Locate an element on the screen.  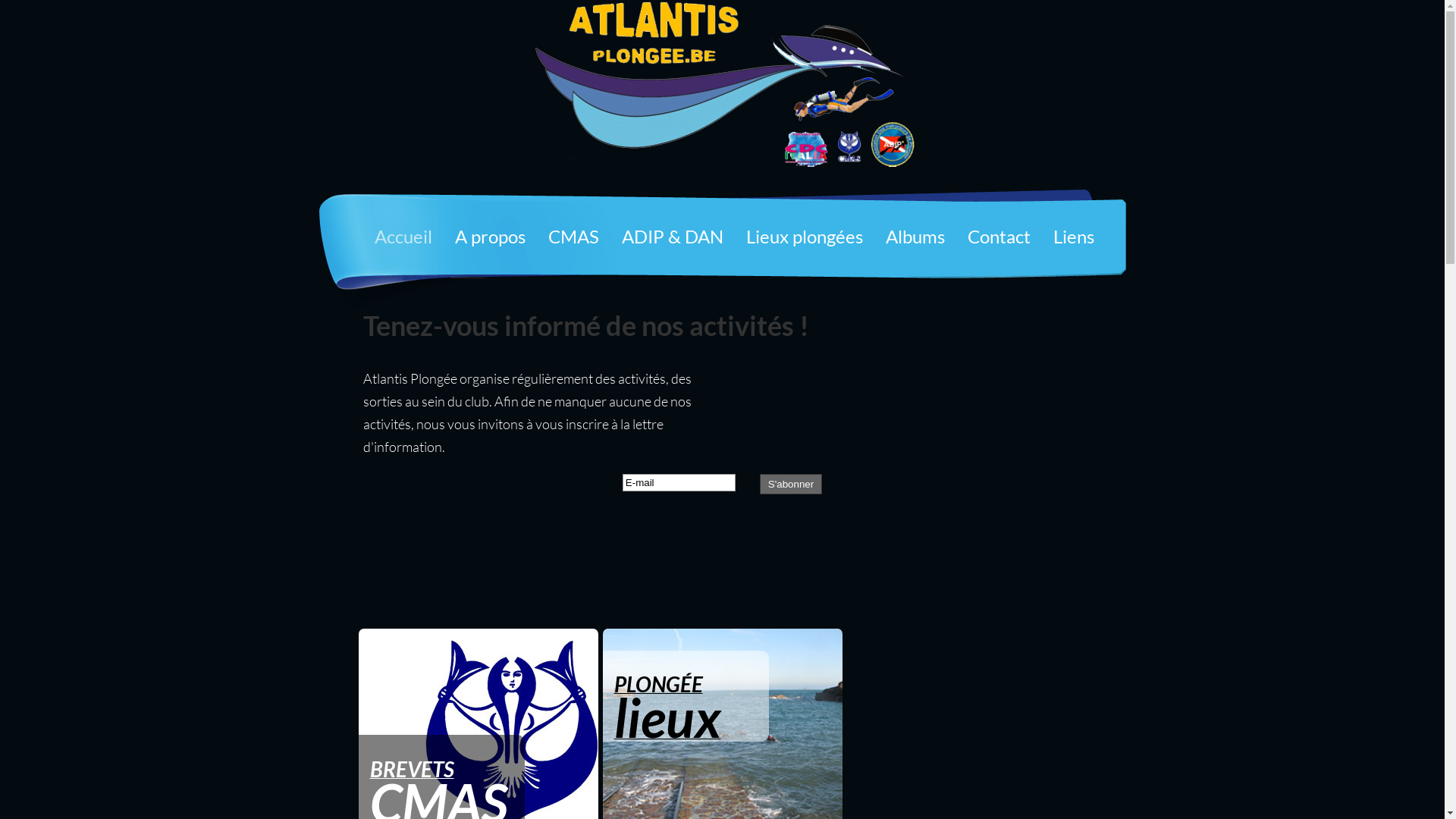
'Contact' is located at coordinates (954, 240).